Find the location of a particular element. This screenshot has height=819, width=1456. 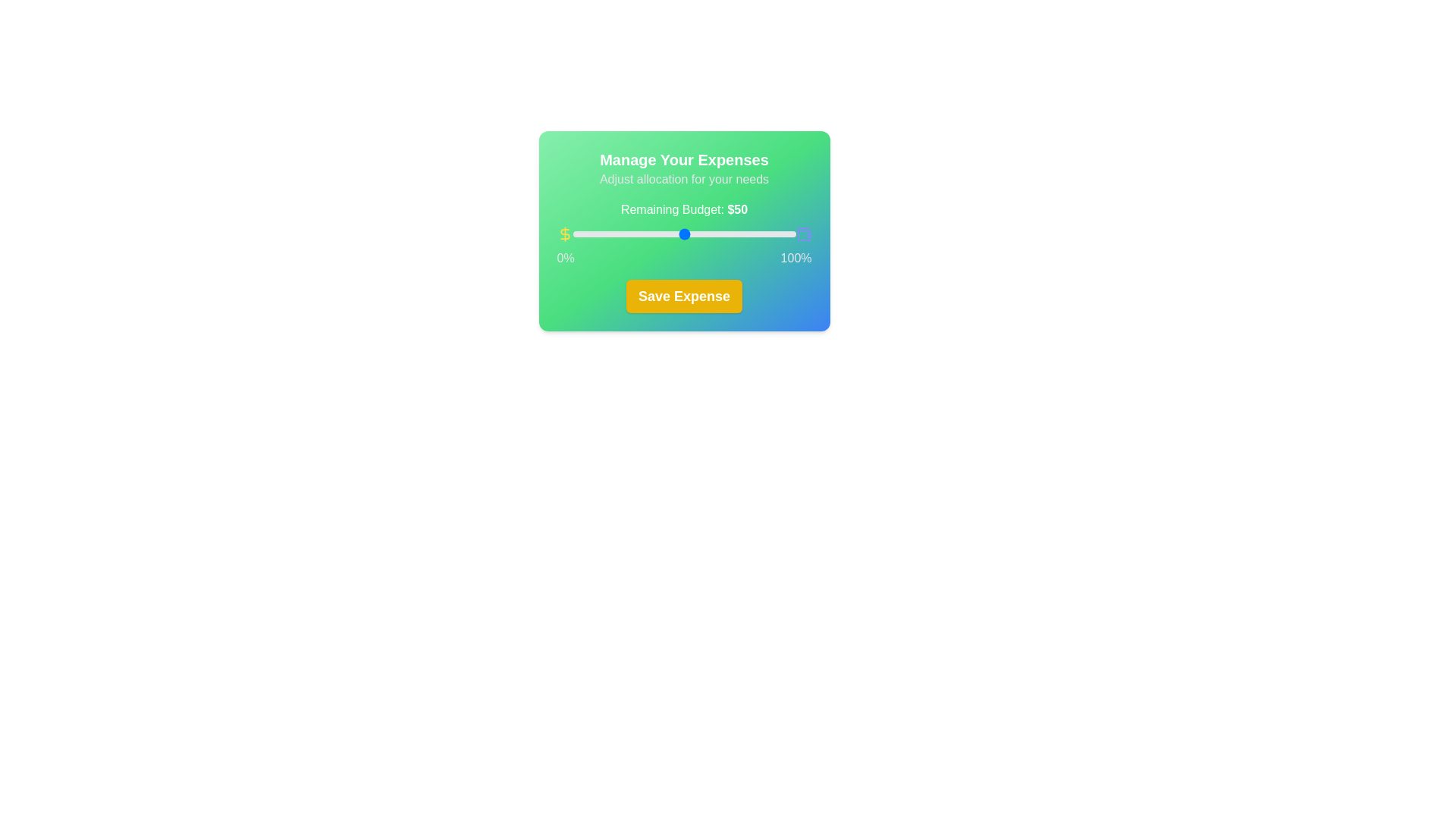

the slider to set the budget allocation to 74% is located at coordinates (738, 234).